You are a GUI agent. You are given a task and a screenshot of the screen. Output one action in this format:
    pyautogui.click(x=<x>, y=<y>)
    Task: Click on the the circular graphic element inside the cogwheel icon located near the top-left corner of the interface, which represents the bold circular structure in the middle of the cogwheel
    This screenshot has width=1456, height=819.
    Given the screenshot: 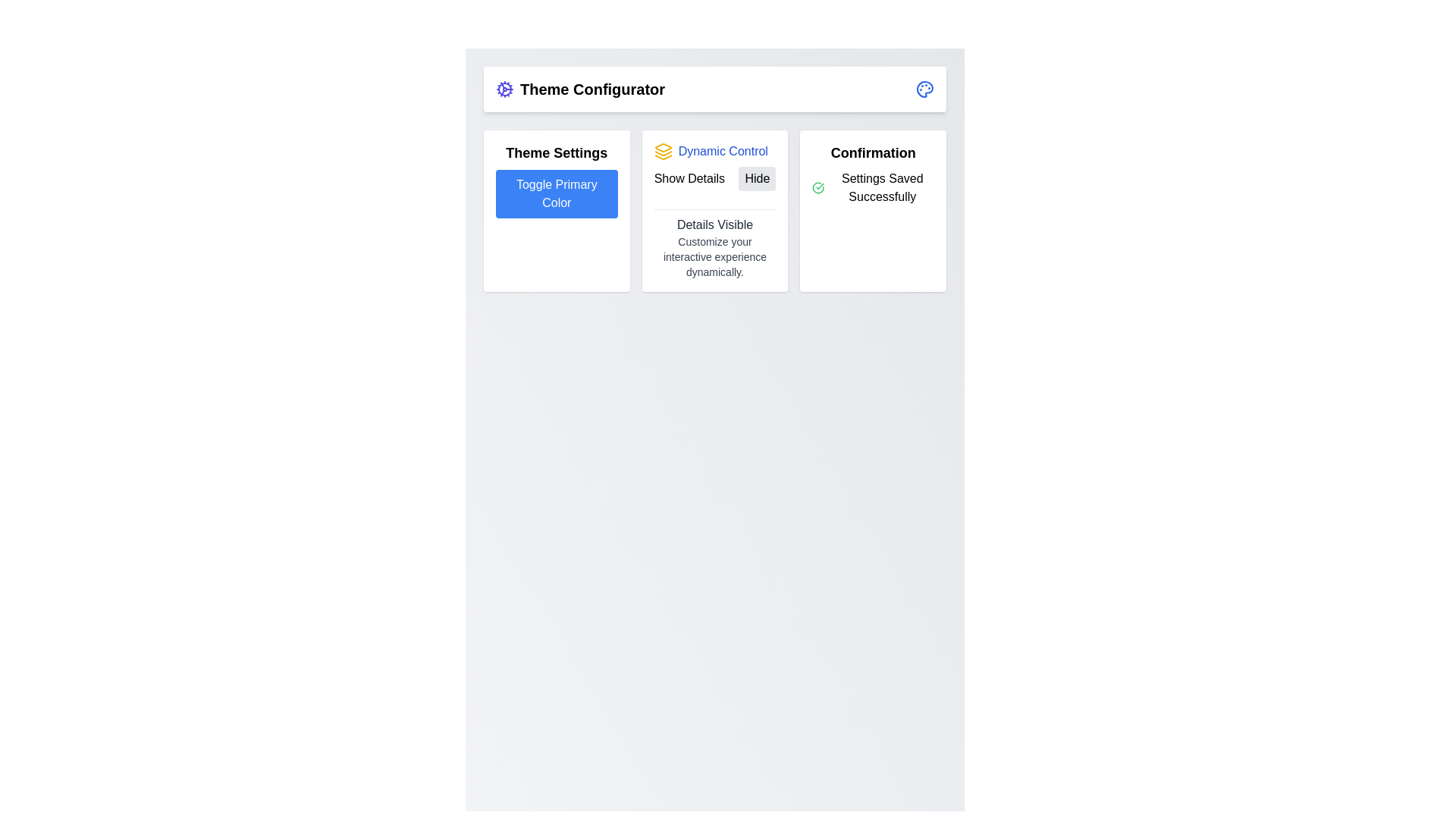 What is the action you would take?
    pyautogui.click(x=505, y=89)
    